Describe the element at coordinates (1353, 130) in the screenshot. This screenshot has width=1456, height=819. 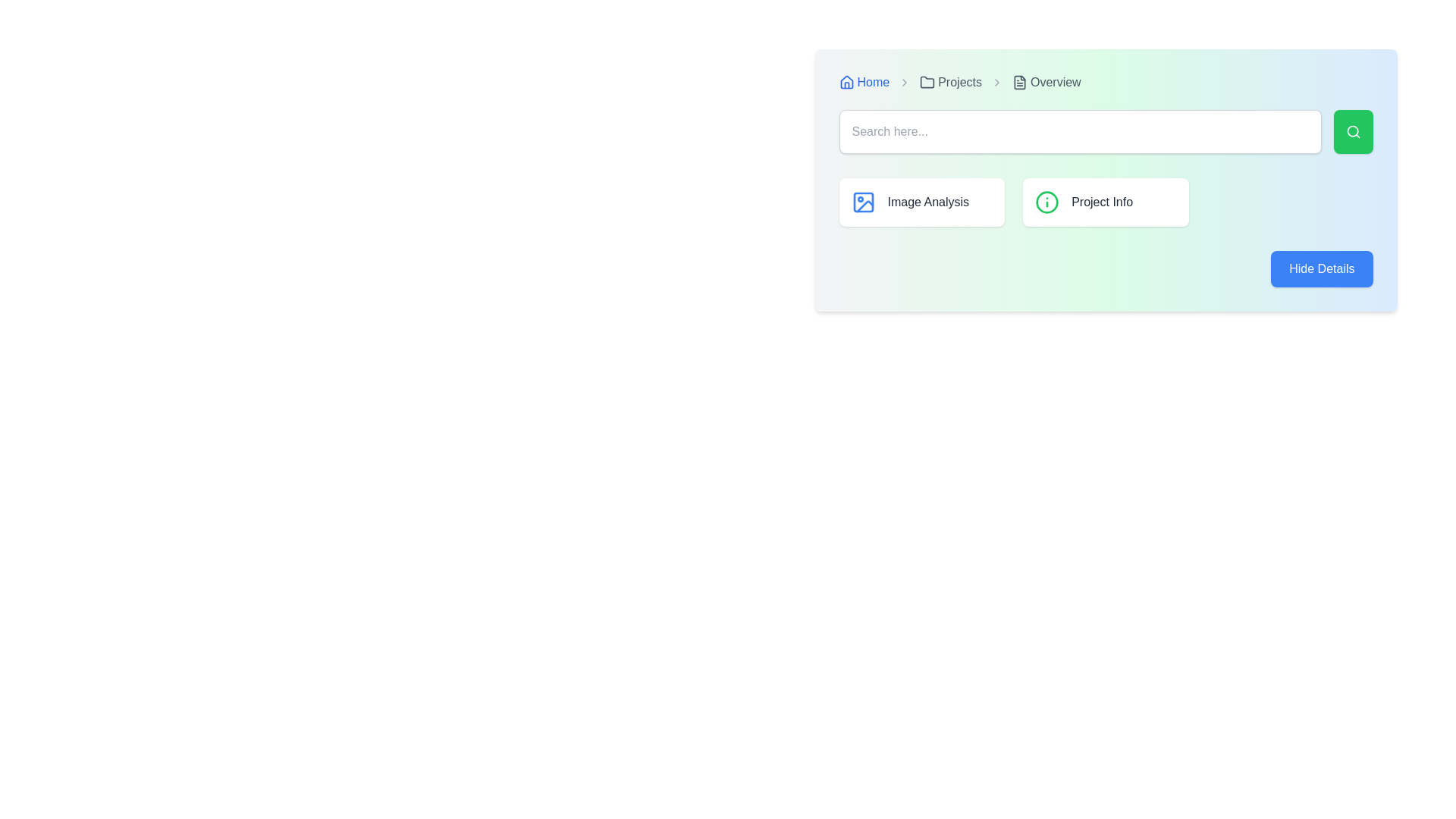
I see `the magnifying glass icon inside the green button at the top-right corner of the interface` at that location.